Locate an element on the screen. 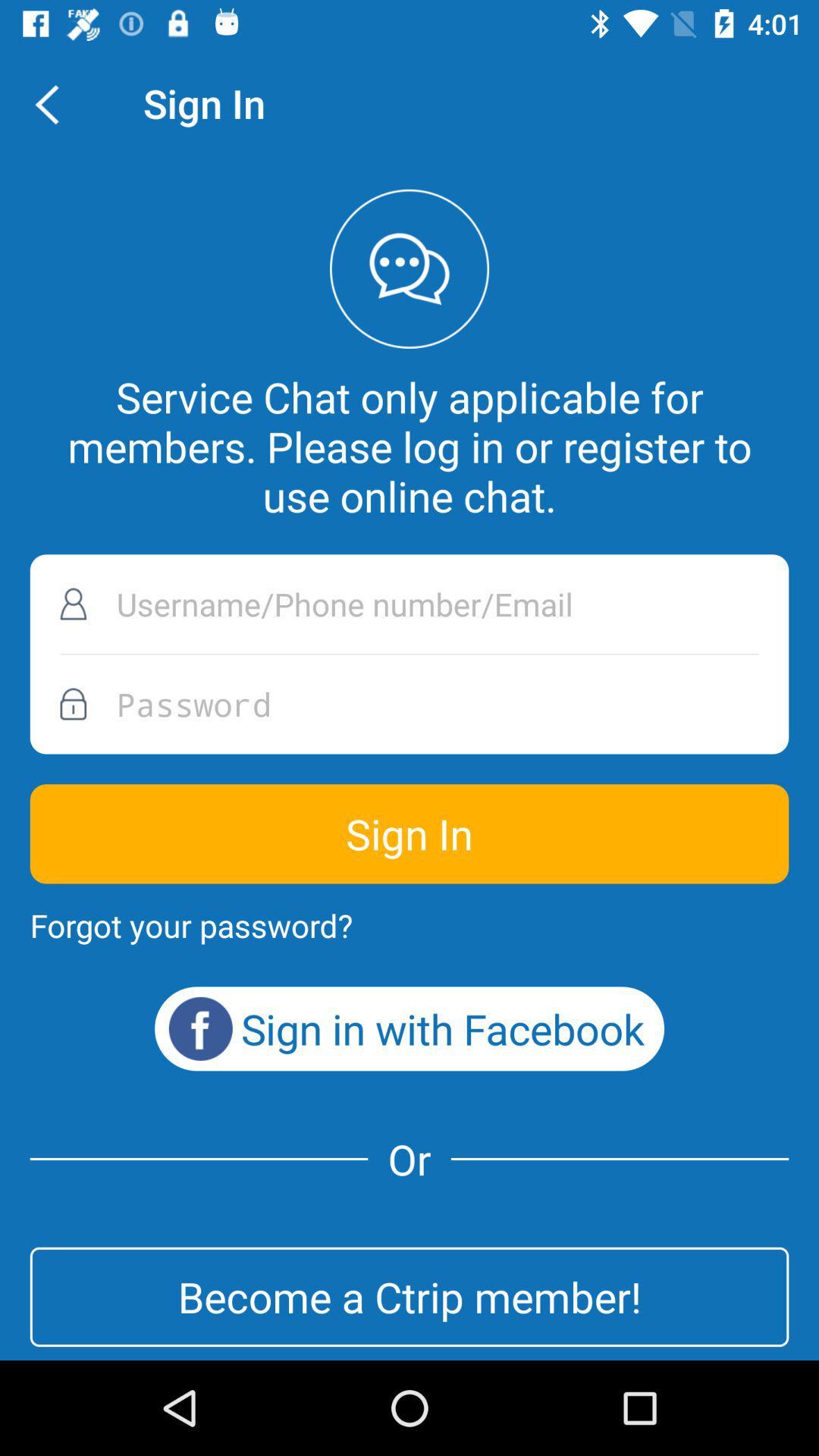 The width and height of the screenshot is (819, 1456). the forgot your password? is located at coordinates (190, 924).